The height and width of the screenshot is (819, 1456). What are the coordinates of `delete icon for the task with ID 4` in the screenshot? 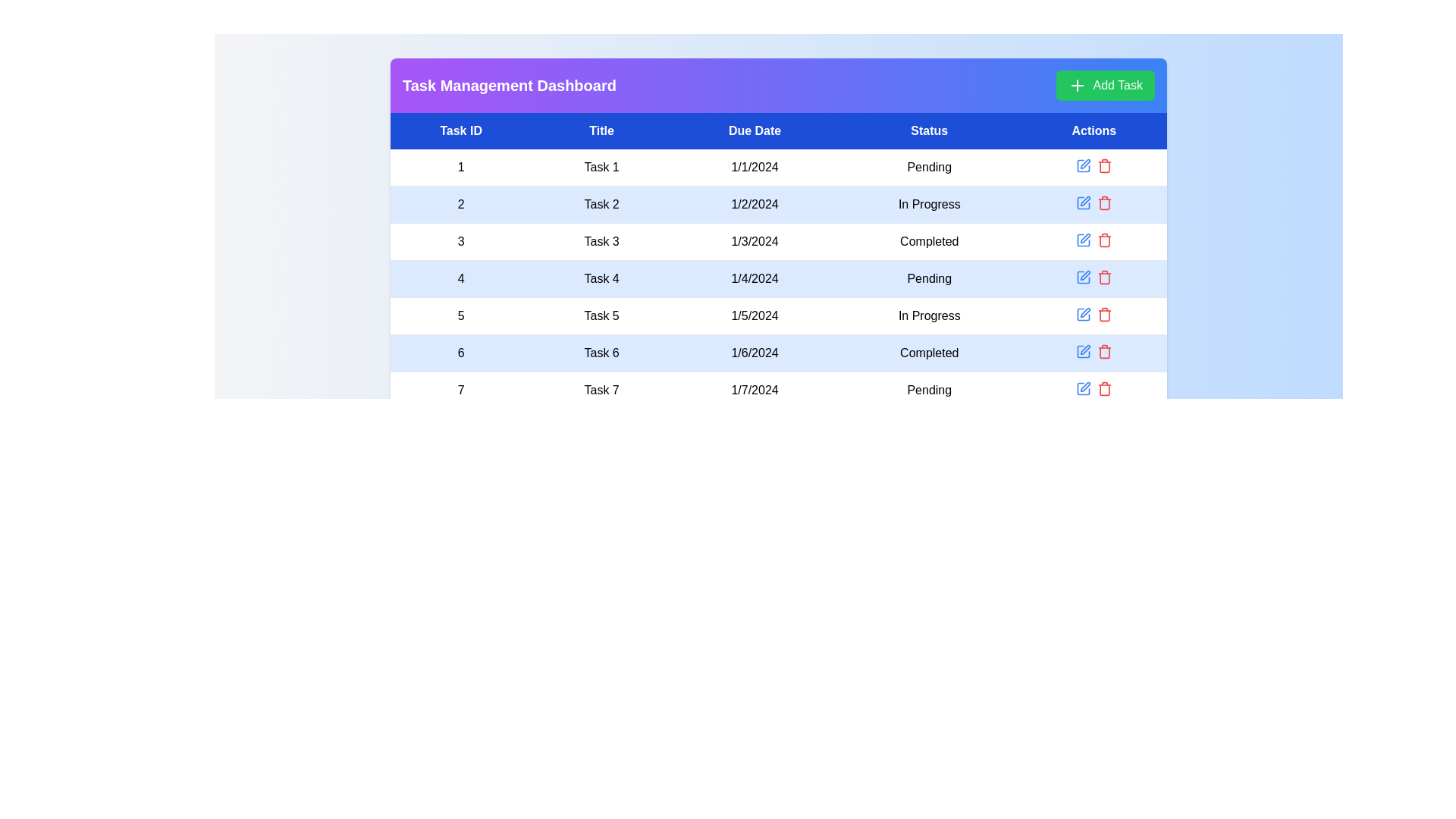 It's located at (1104, 278).